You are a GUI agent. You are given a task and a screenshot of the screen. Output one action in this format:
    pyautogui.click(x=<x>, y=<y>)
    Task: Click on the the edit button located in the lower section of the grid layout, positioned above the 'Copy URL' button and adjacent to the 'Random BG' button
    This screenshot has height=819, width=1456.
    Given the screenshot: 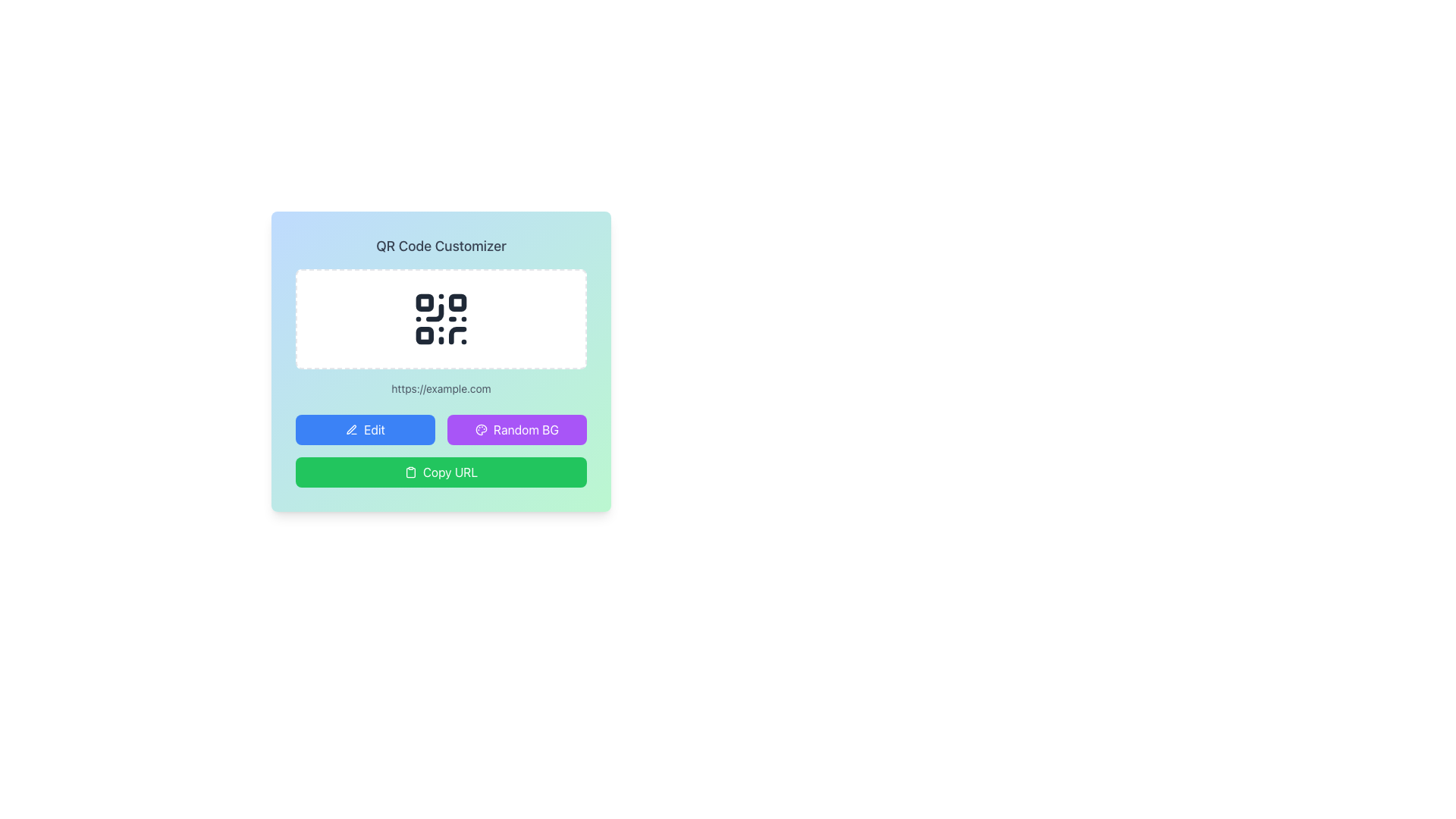 What is the action you would take?
    pyautogui.click(x=365, y=430)
    